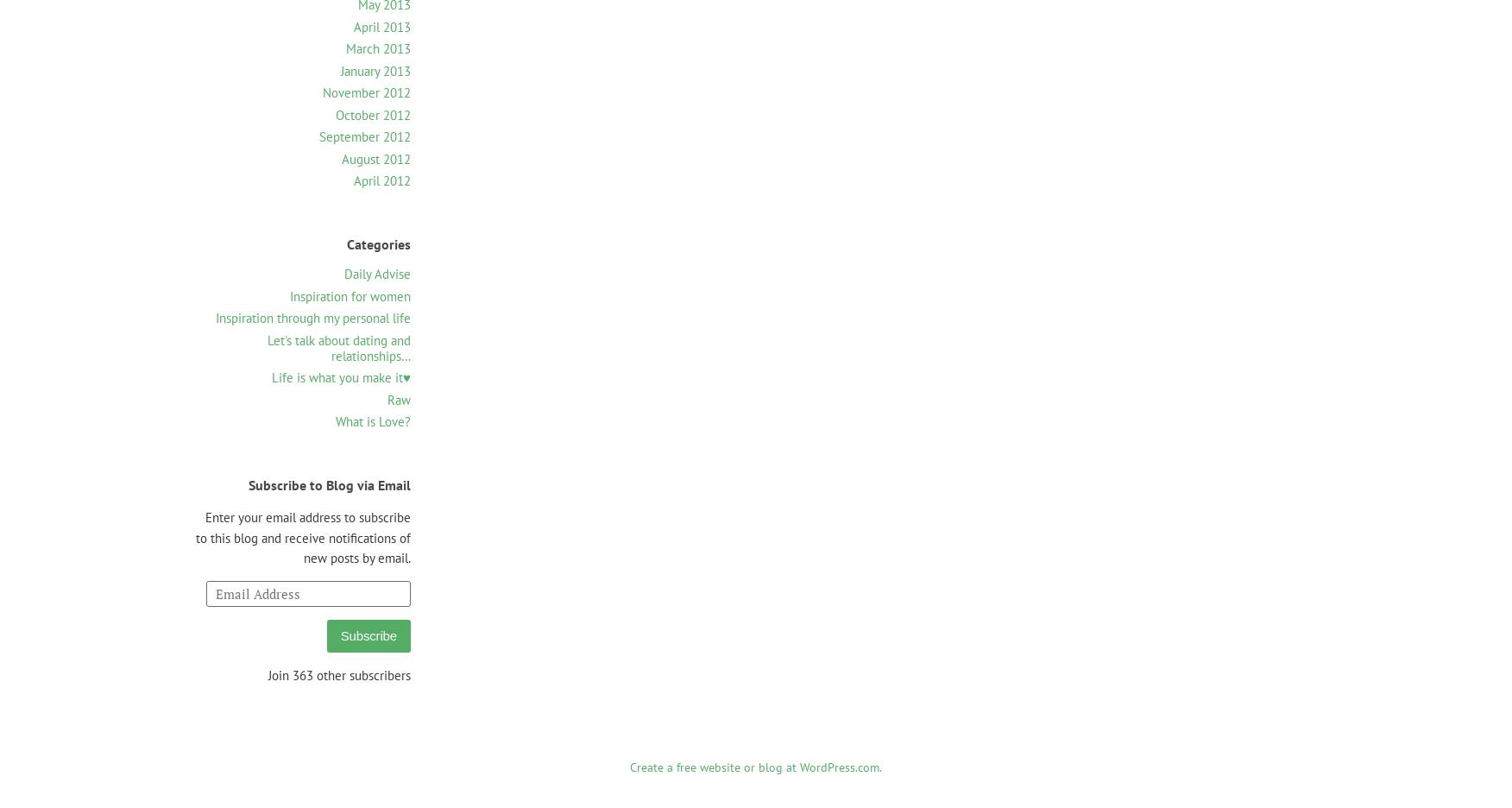 Image resolution: width=1512 pixels, height=808 pixels. I want to click on 'Join 363 other subscribers', so click(338, 674).